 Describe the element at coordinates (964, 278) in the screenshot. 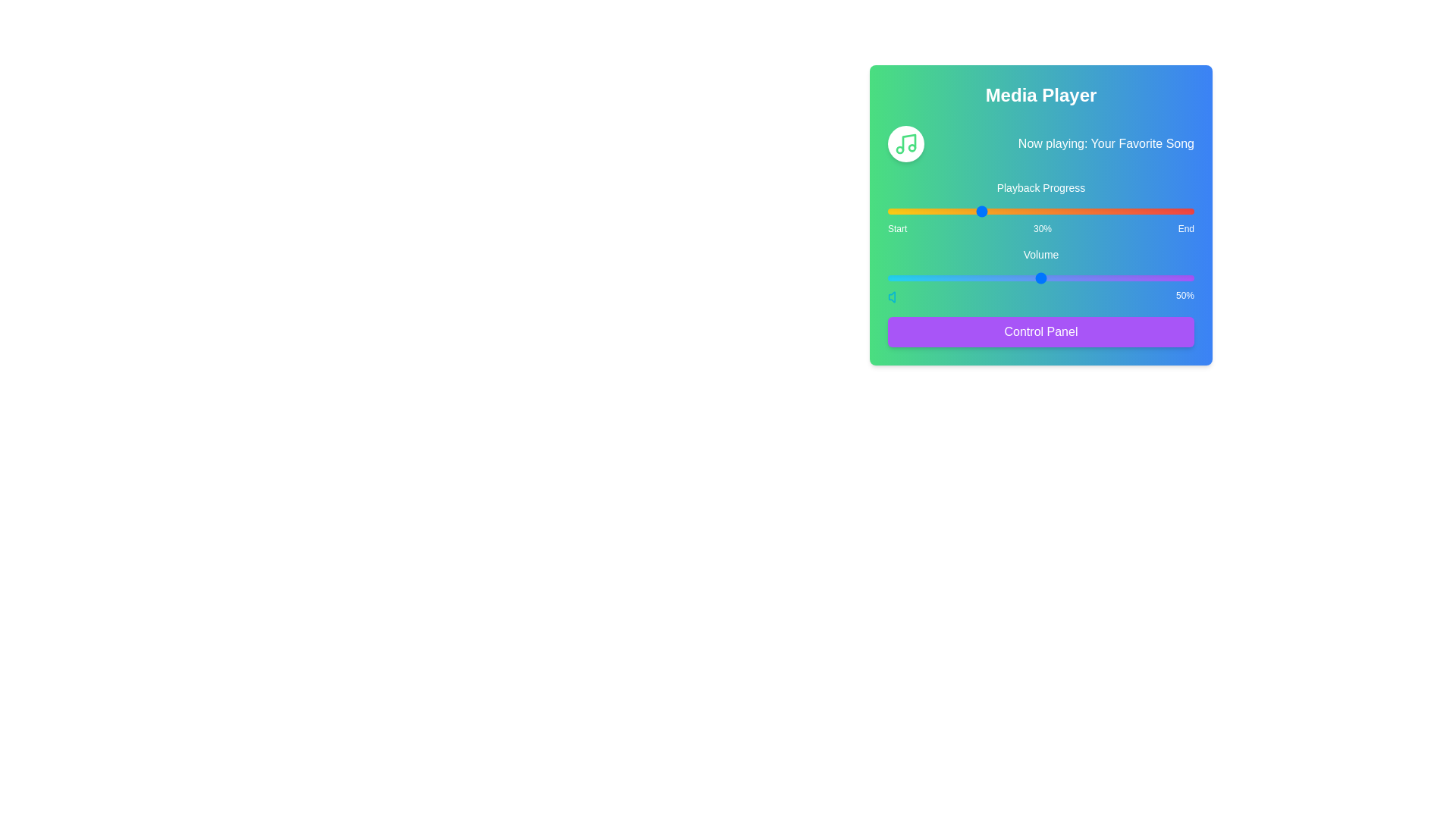

I see `the volume slider to 25%` at that location.